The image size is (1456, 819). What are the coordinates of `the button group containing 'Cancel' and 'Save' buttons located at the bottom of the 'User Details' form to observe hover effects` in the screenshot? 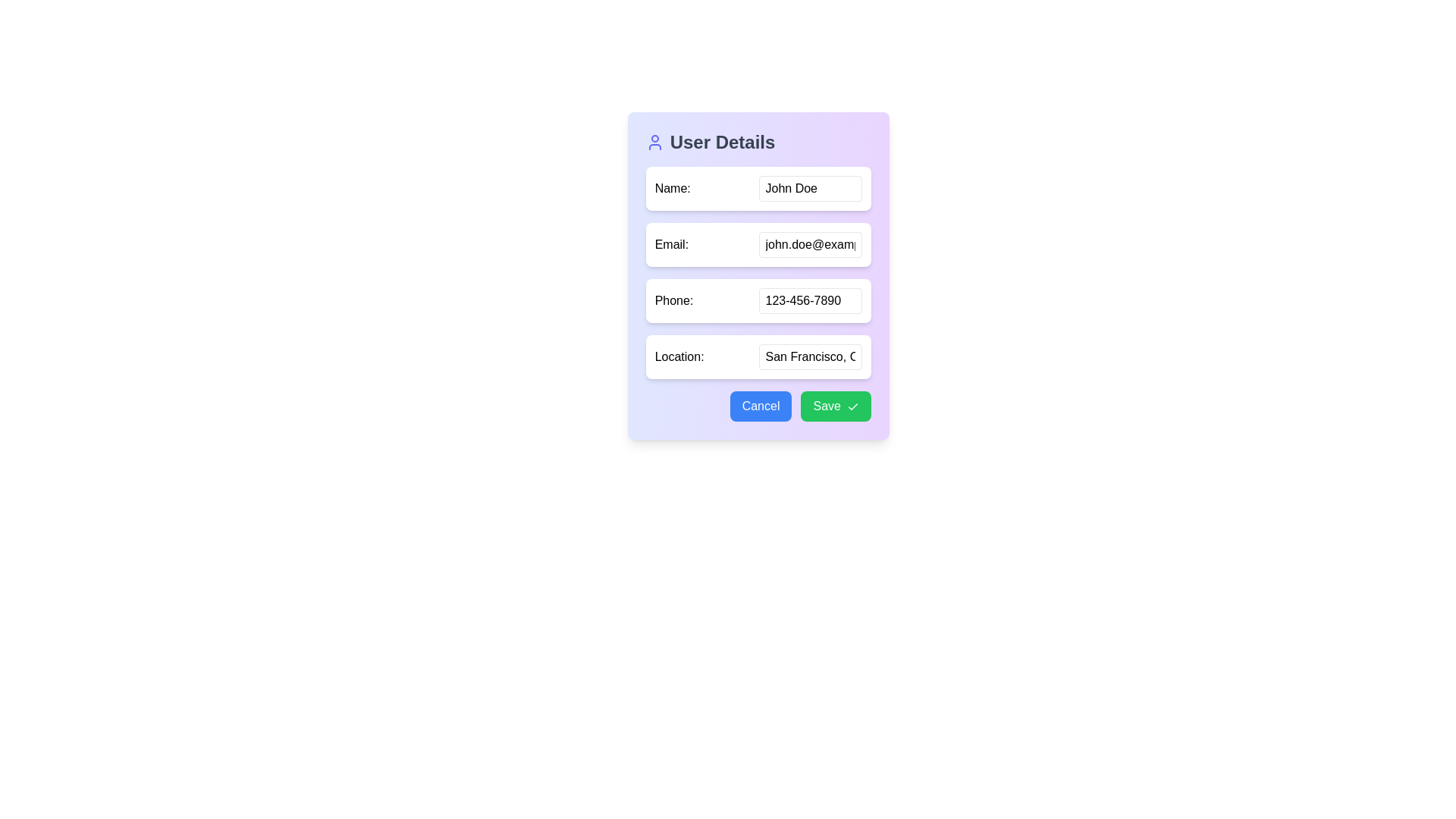 It's located at (758, 406).